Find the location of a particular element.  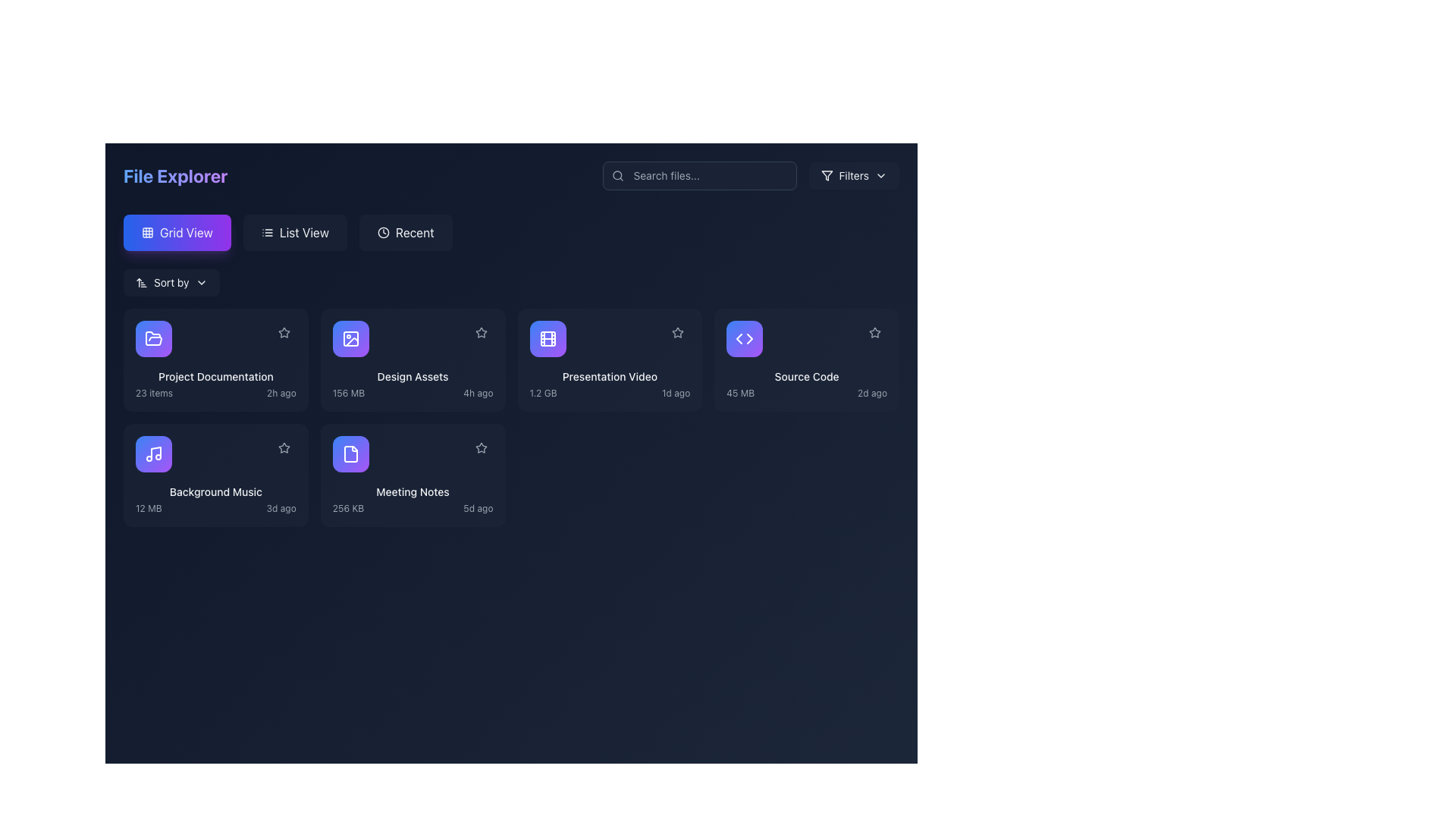

the star icon in the top-right corner of the 'Source Code' card in the file explorer is located at coordinates (874, 331).